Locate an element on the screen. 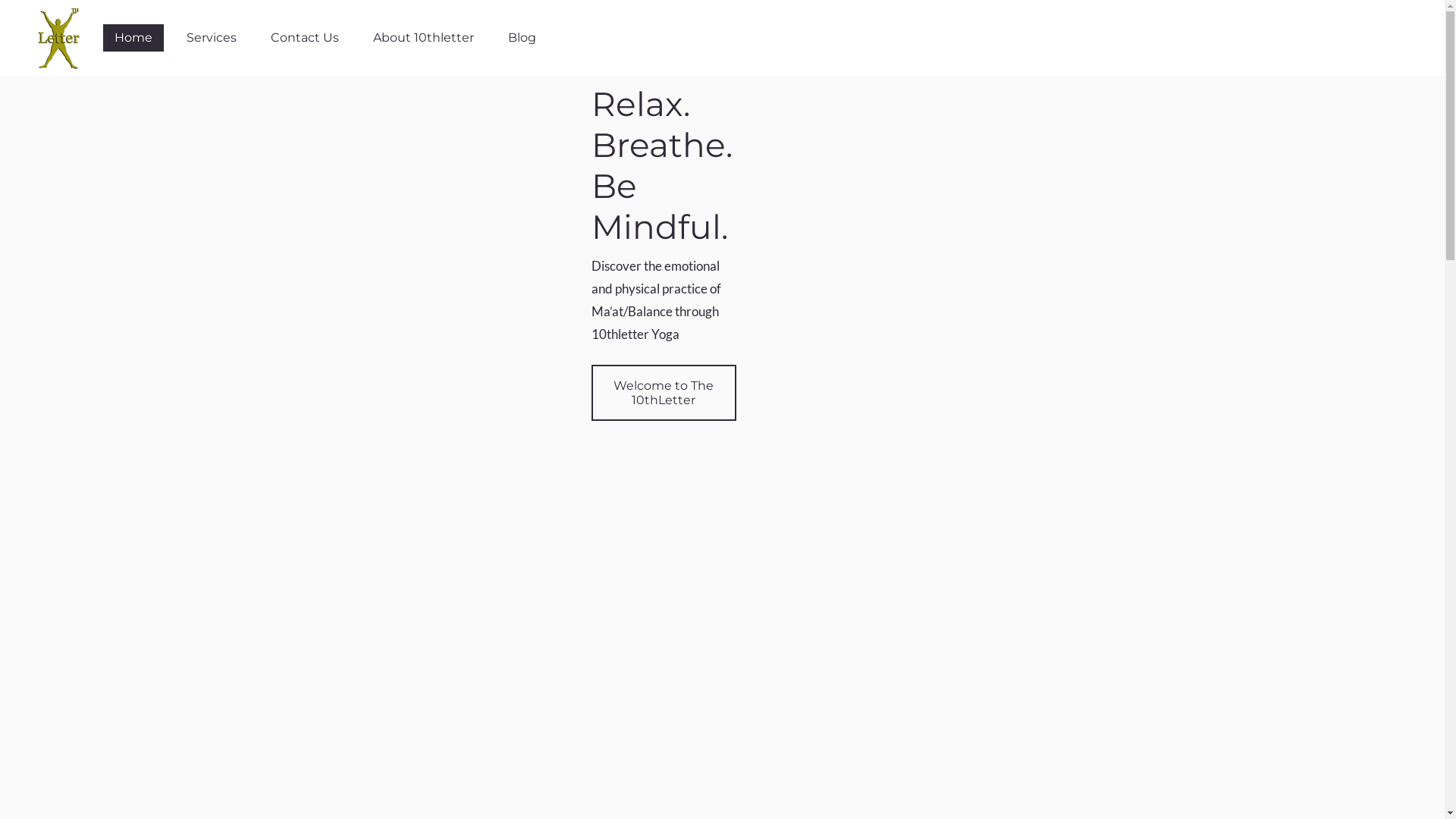 The image size is (1456, 819). 'Contact Us' is located at coordinates (304, 37).